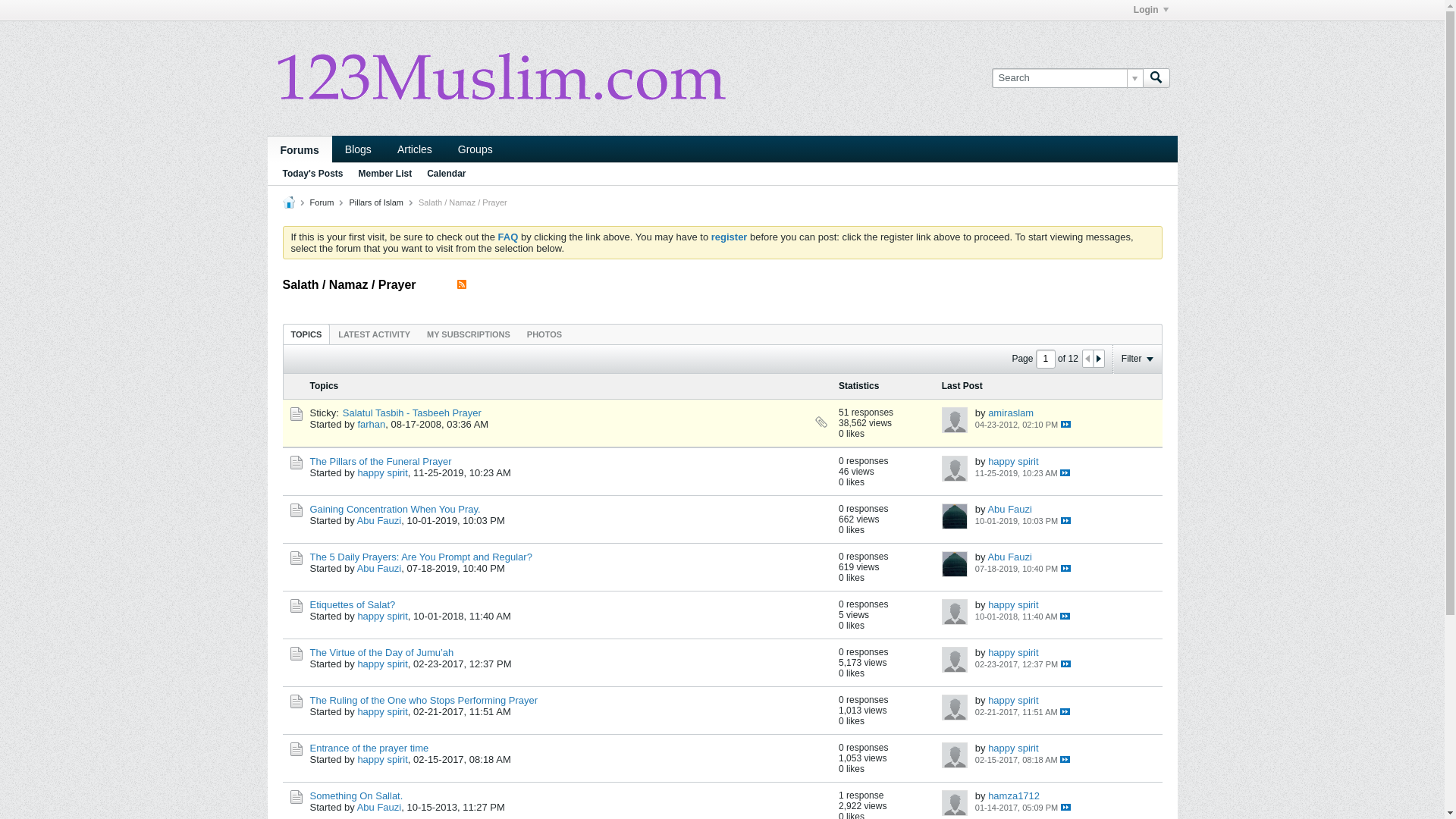 The height and width of the screenshot is (819, 1456). What do you see at coordinates (312, 173) in the screenshot?
I see `'Today's Posts'` at bounding box center [312, 173].